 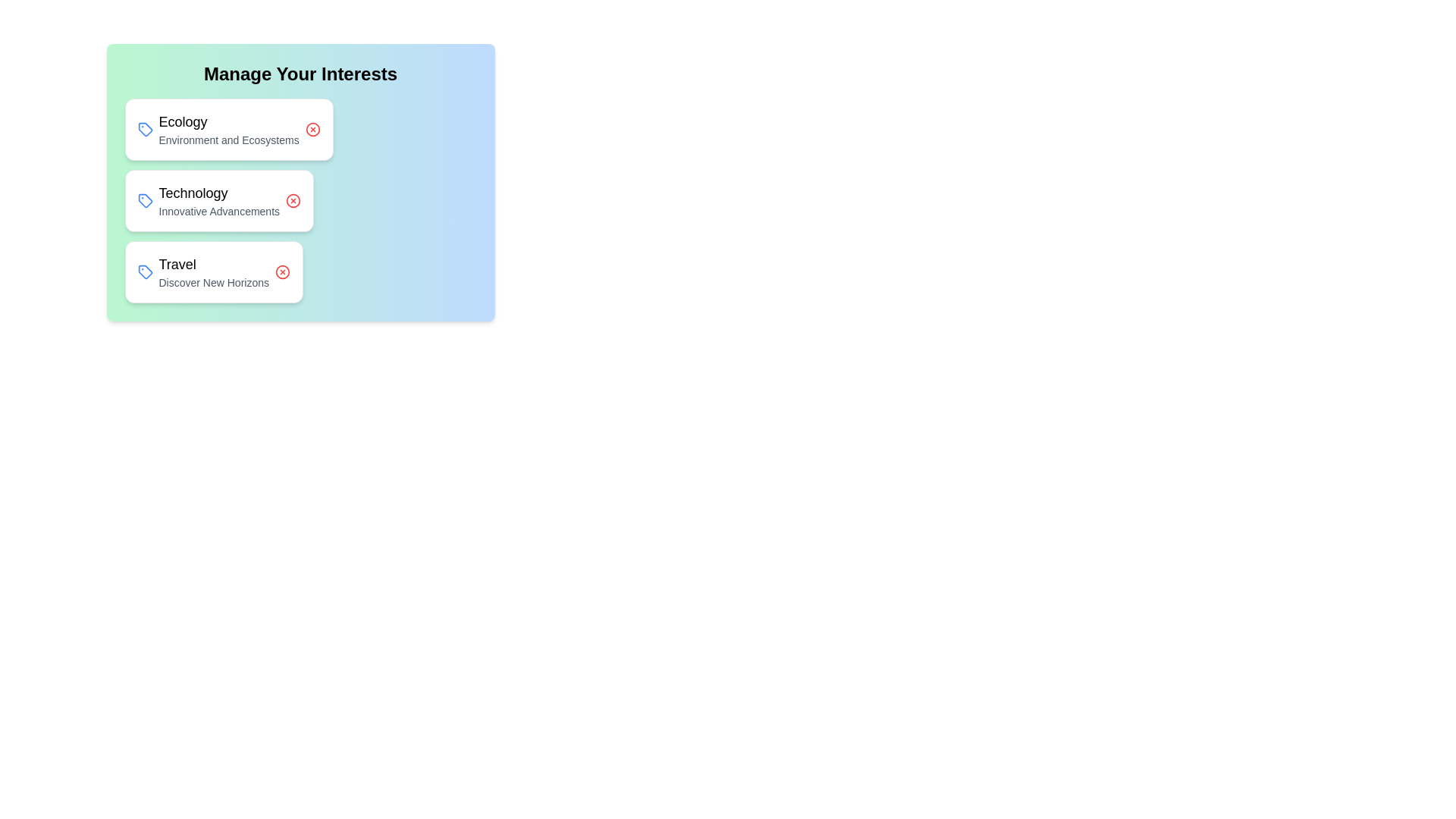 What do you see at coordinates (218, 200) in the screenshot?
I see `the chip labeled Technology to observe the hover effect` at bounding box center [218, 200].